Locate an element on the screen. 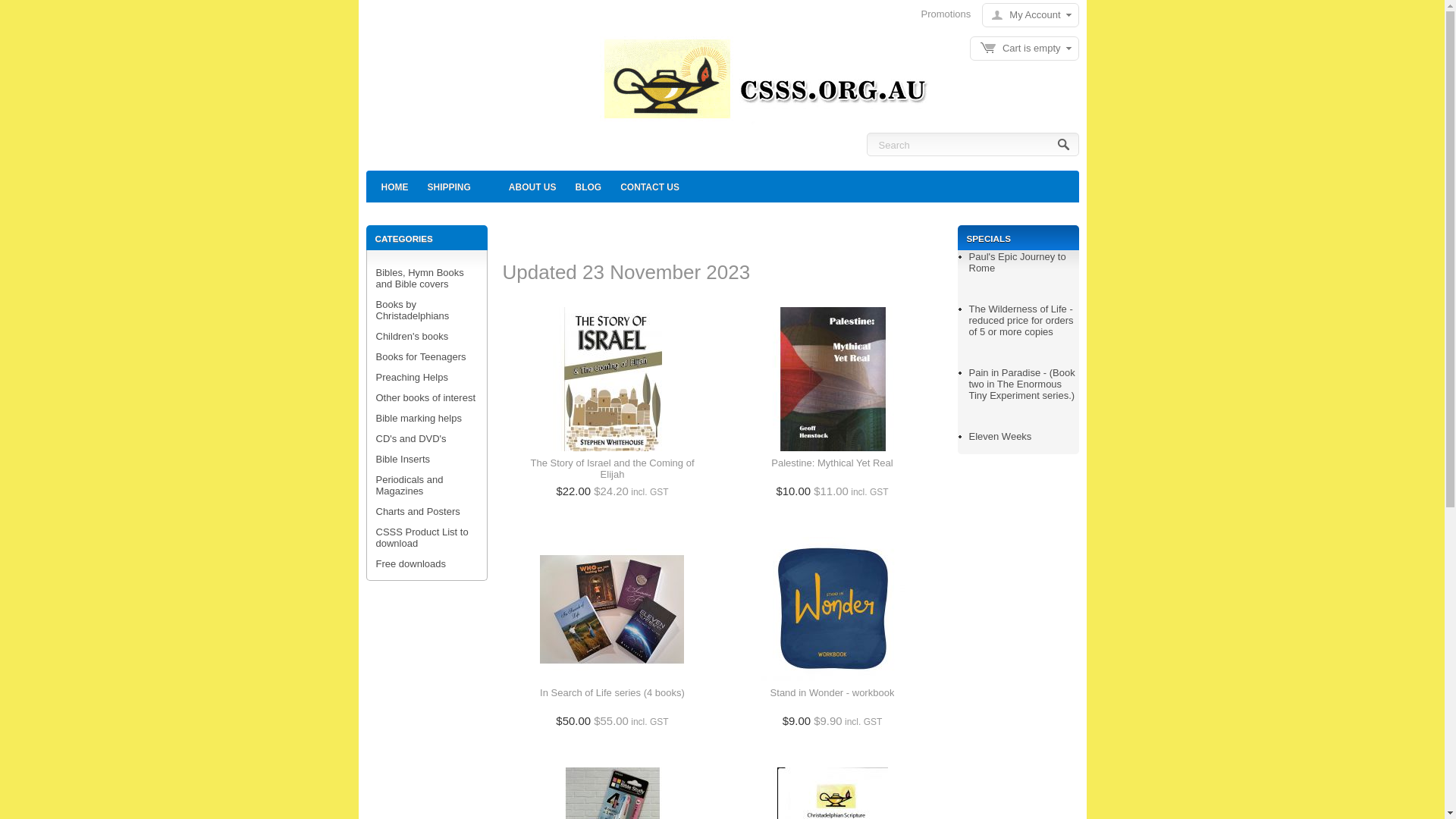 Image resolution: width=1456 pixels, height=819 pixels. 'Charts and Posters' is located at coordinates (418, 511).